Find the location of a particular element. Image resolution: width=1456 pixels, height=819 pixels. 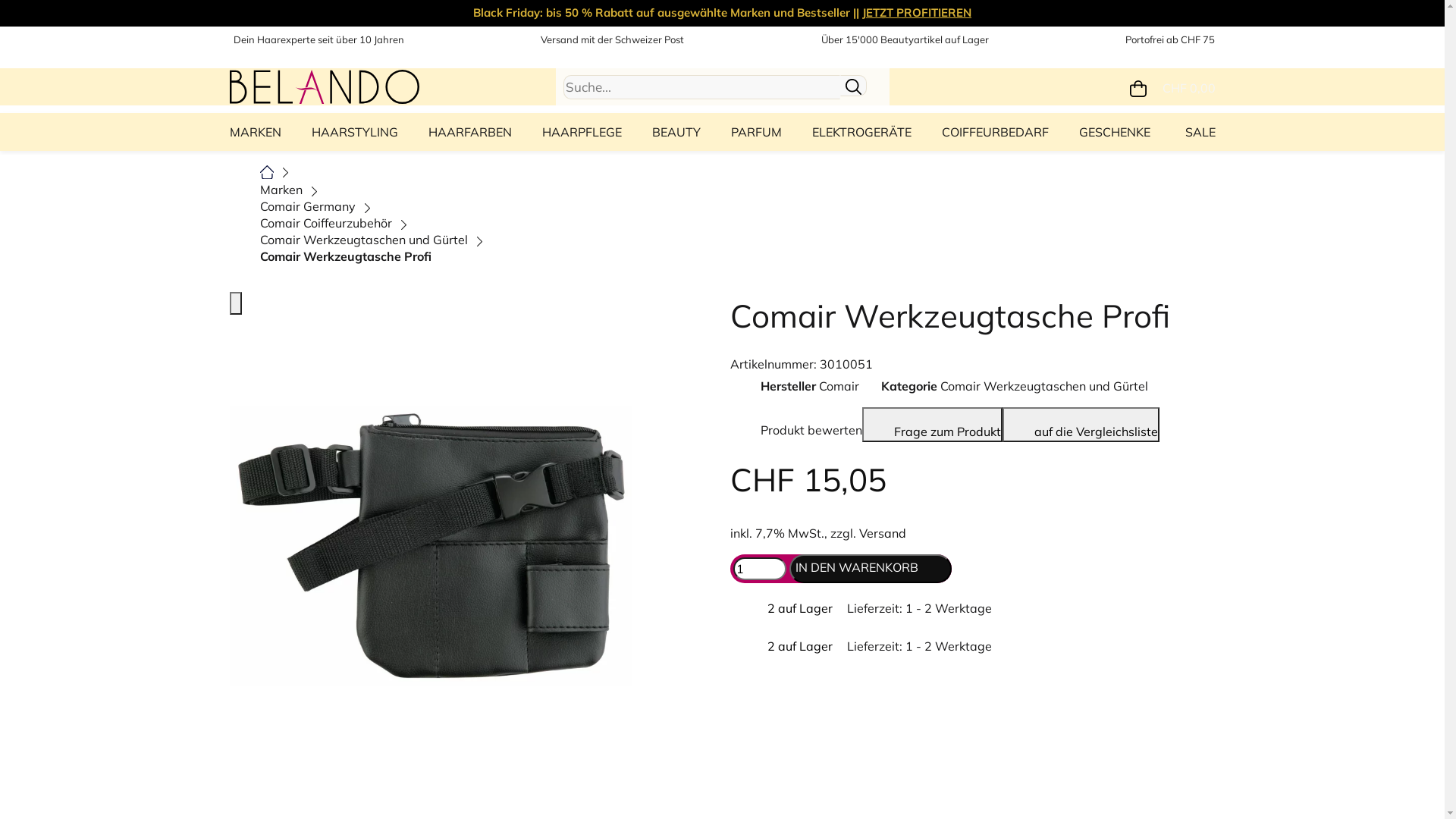

'HAARFARBEN' is located at coordinates (412, 130).